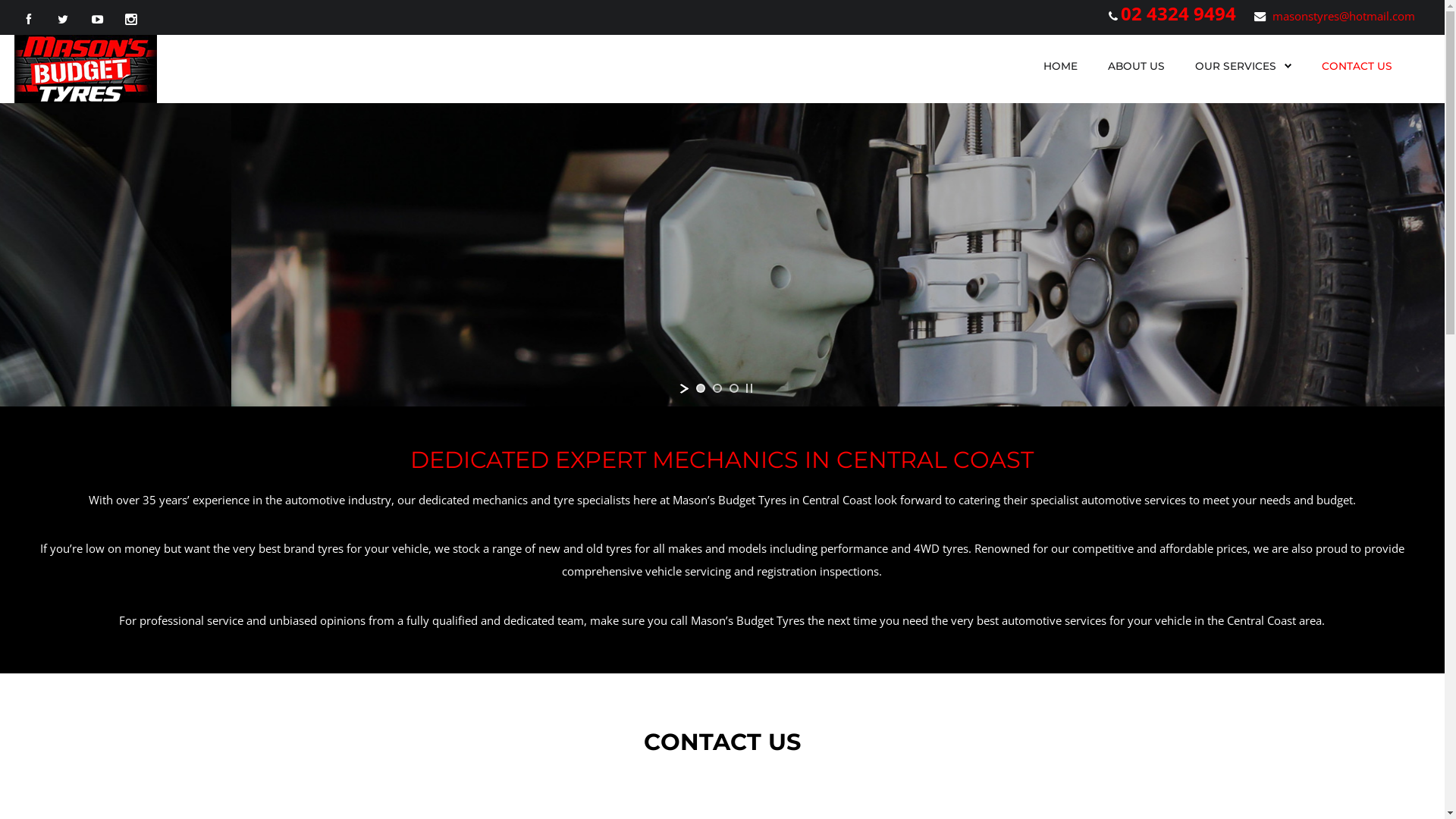 The width and height of the screenshot is (1456, 819). What do you see at coordinates (1235, 65) in the screenshot?
I see `'OUR SERVICES'` at bounding box center [1235, 65].